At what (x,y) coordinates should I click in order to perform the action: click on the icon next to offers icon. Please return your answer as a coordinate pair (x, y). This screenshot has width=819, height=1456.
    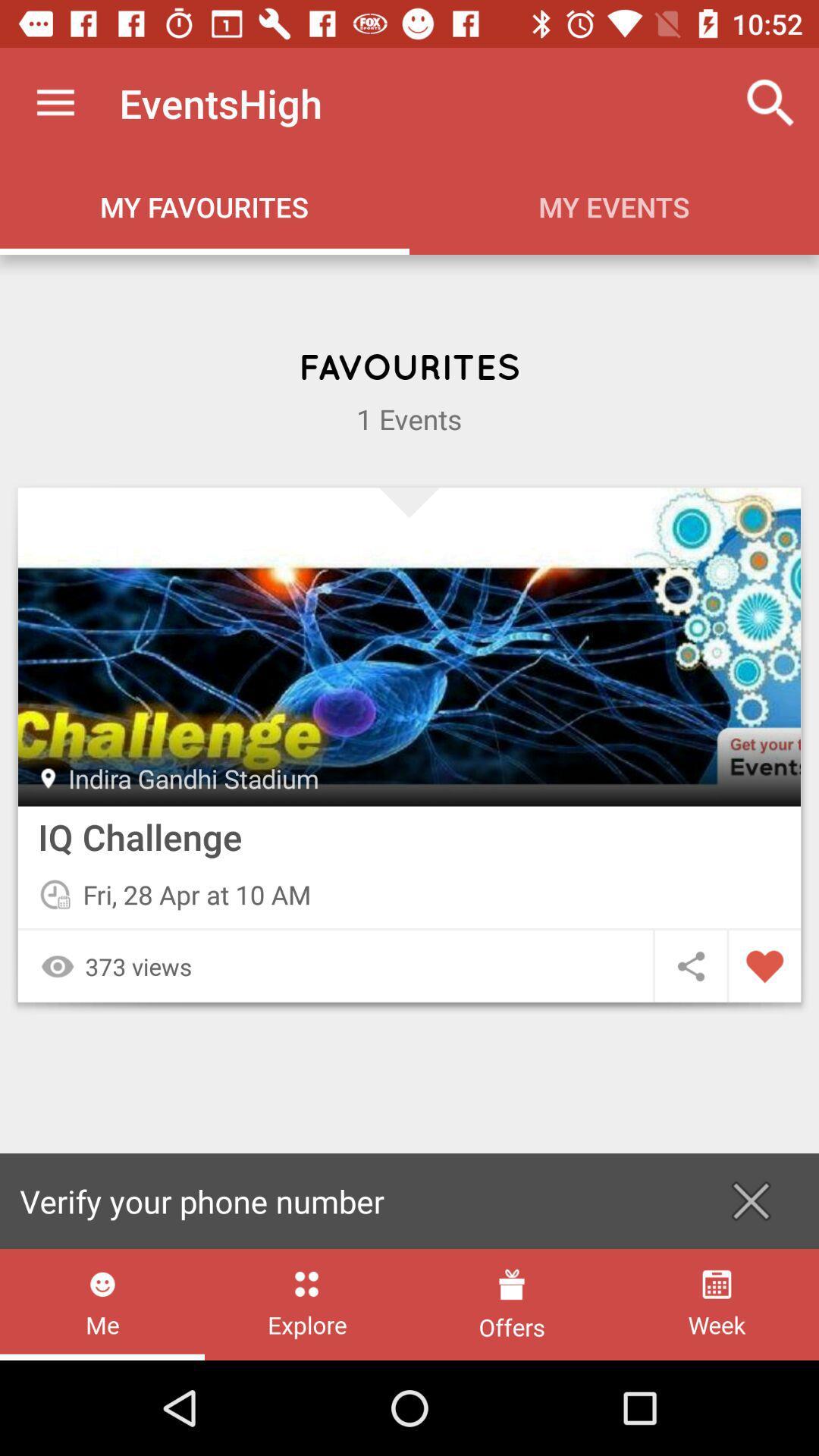
    Looking at the image, I should click on (307, 1304).